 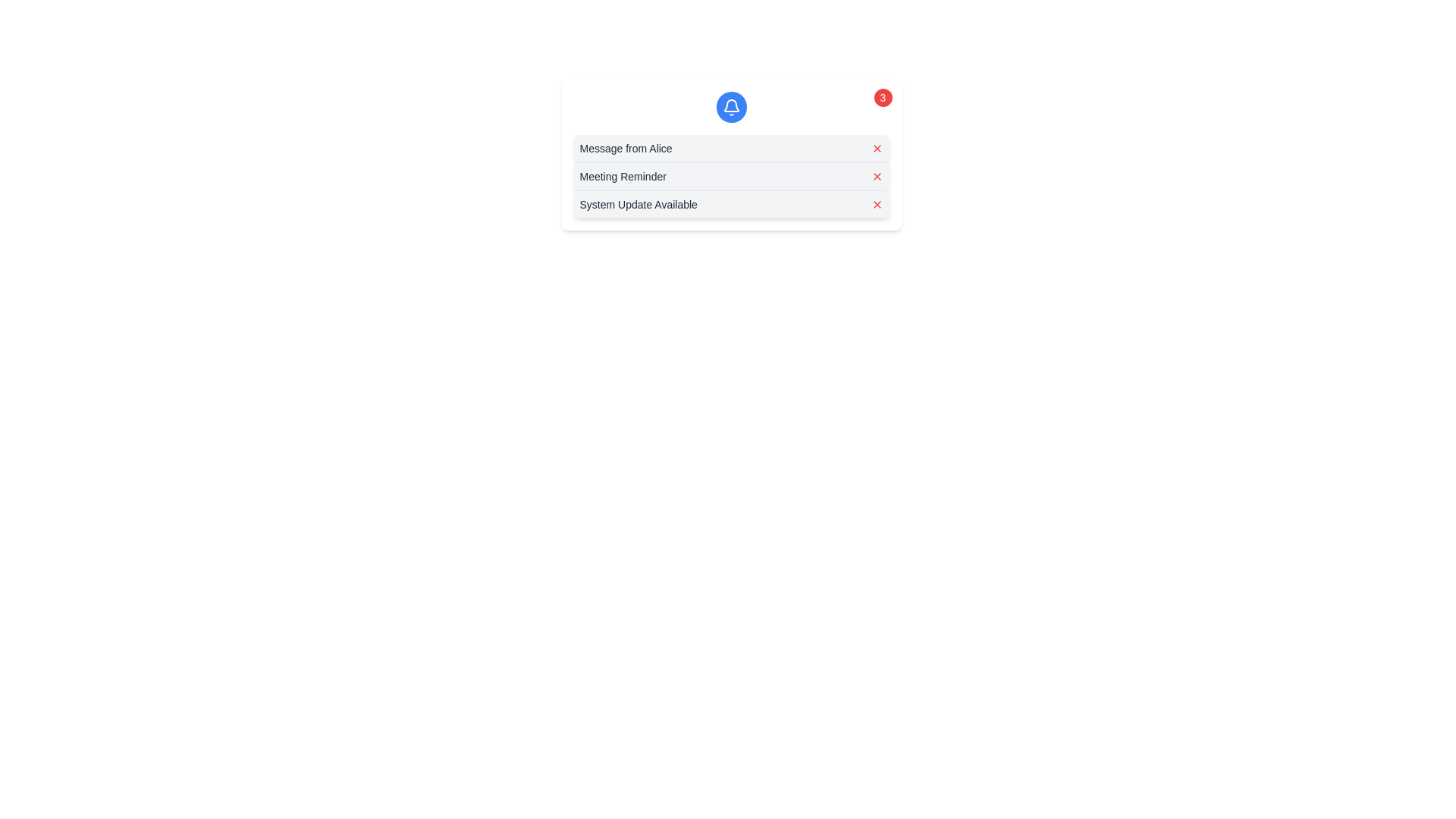 What do you see at coordinates (877, 203) in the screenshot?
I see `the close button located on the far right of the 'System Update Available' notification` at bounding box center [877, 203].